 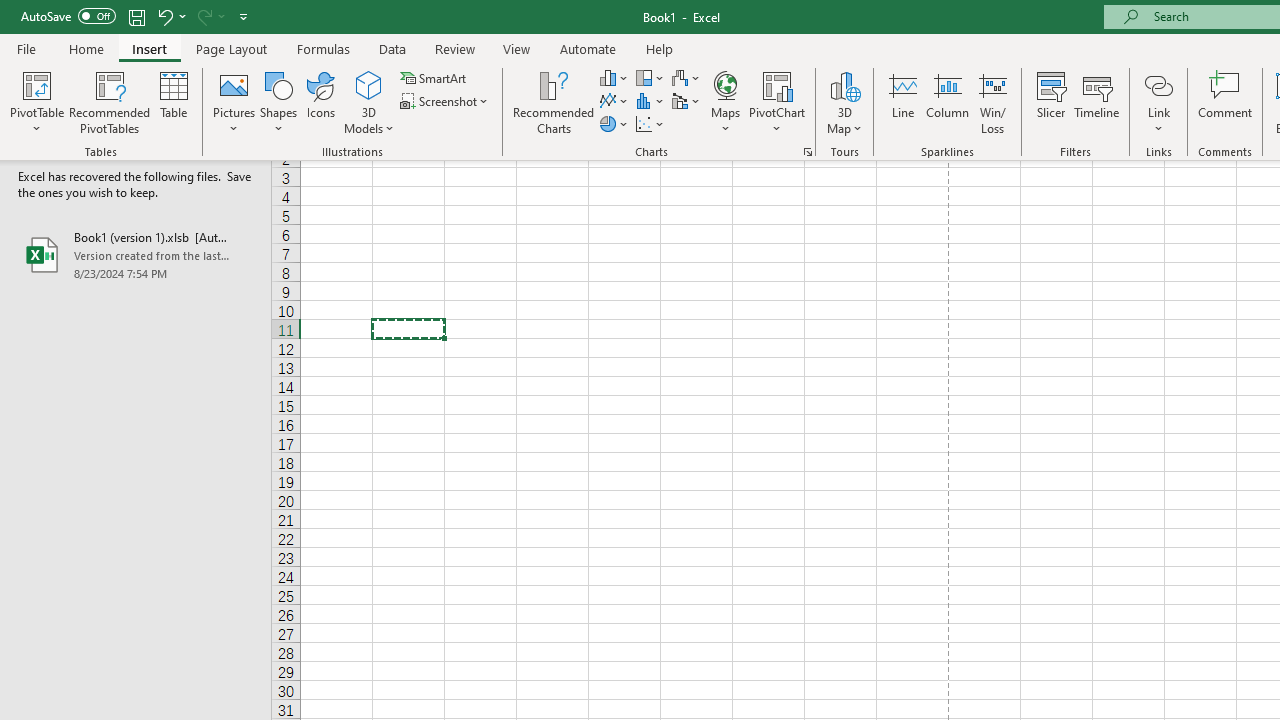 What do you see at coordinates (660, 48) in the screenshot?
I see `'Help'` at bounding box center [660, 48].